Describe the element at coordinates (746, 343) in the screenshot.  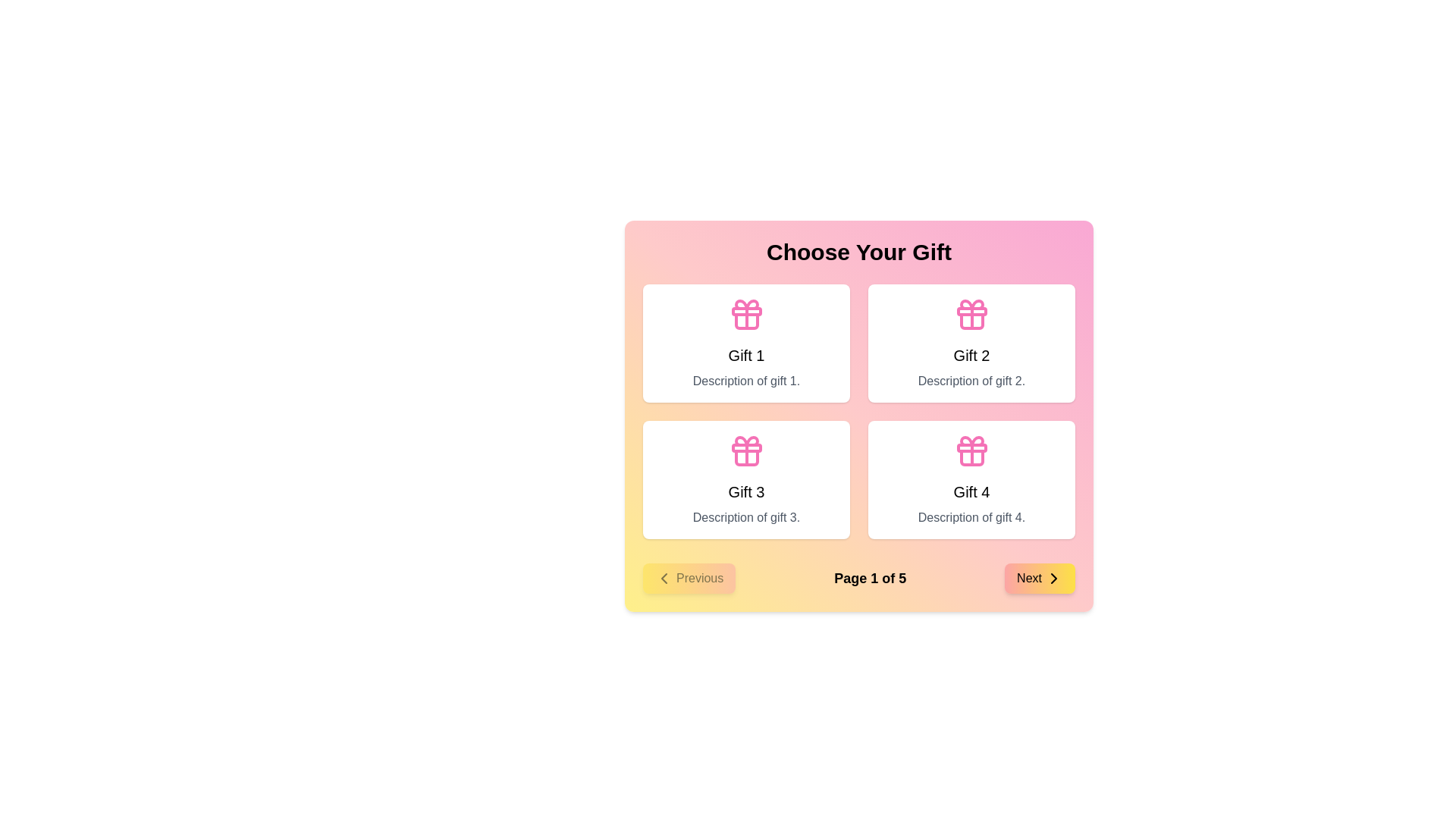
I see `the first gift card in the top-left corner of the grid layout to highlight or select it` at that location.